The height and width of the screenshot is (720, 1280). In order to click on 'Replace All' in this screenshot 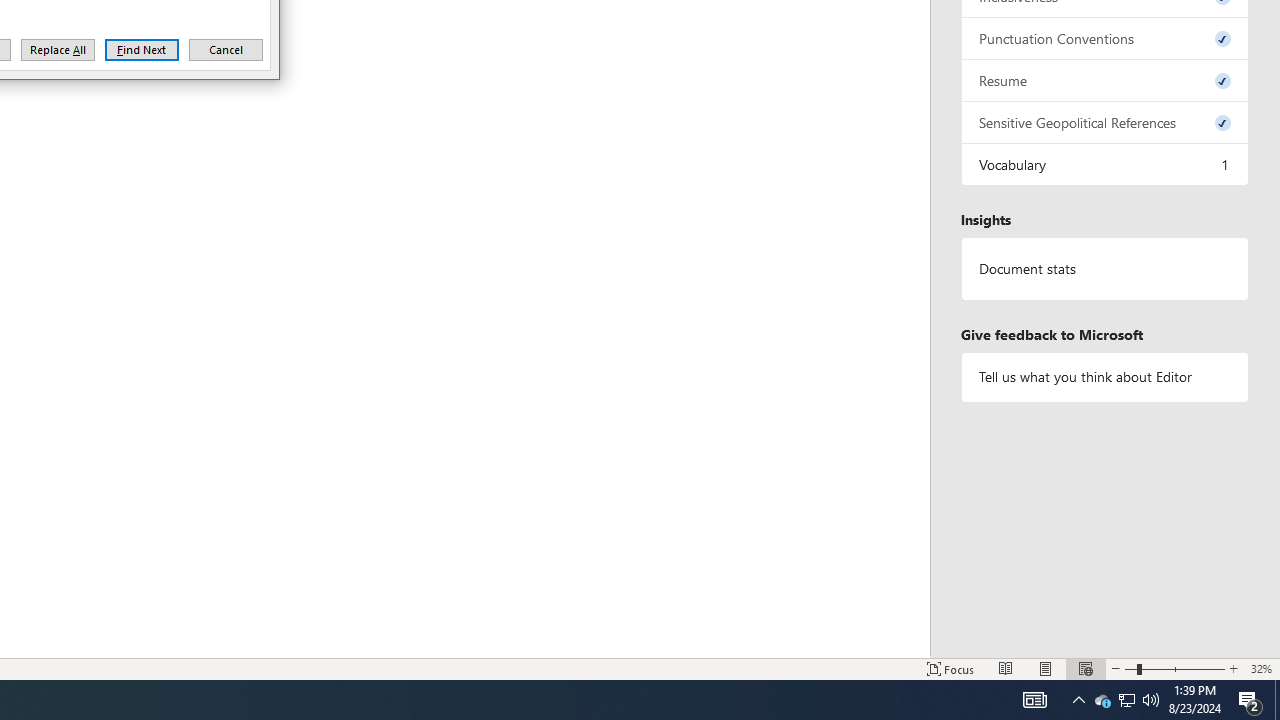, I will do `click(58, 49)`.